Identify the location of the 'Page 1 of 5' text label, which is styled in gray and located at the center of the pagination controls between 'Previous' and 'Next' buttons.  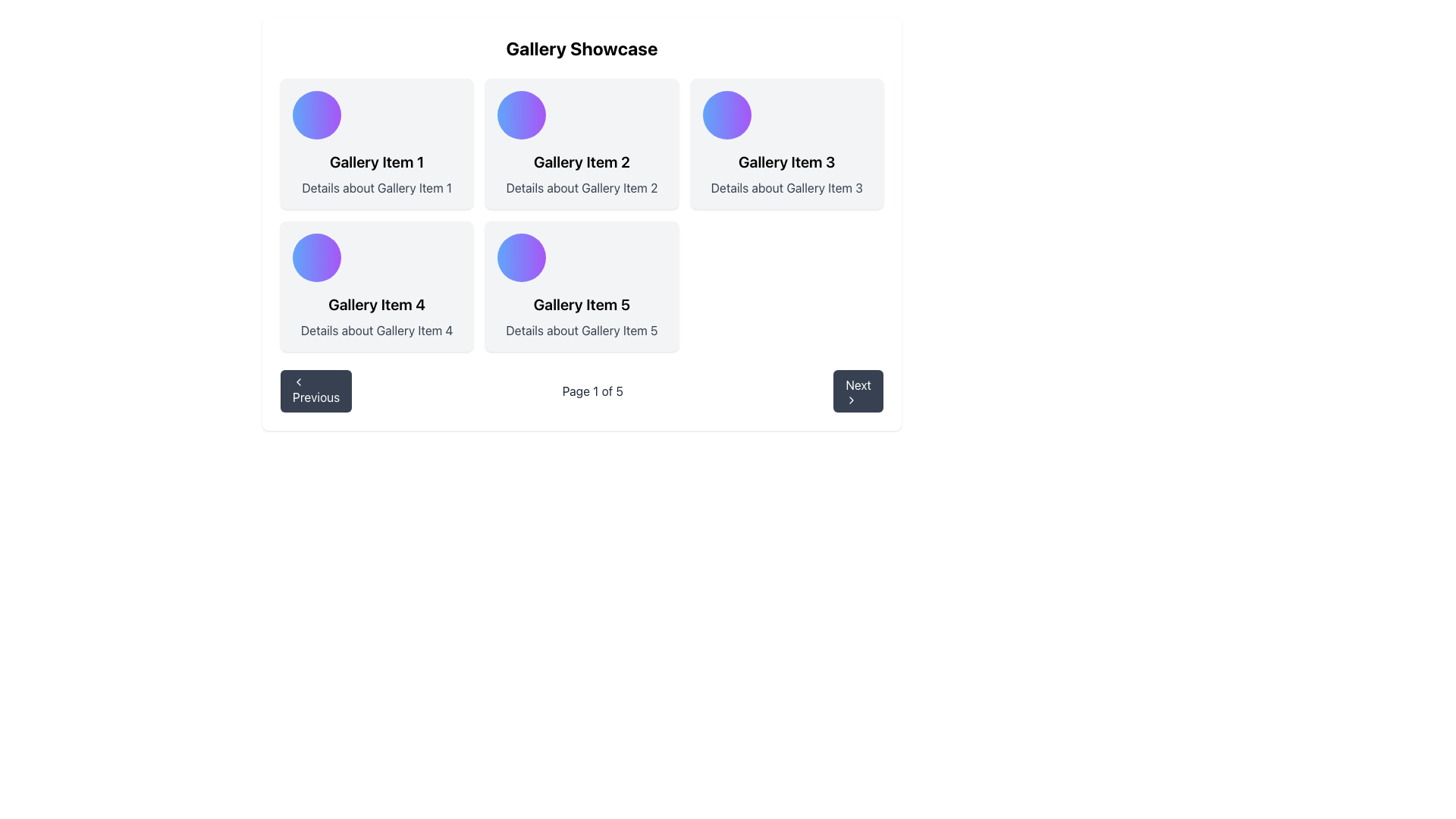
(591, 391).